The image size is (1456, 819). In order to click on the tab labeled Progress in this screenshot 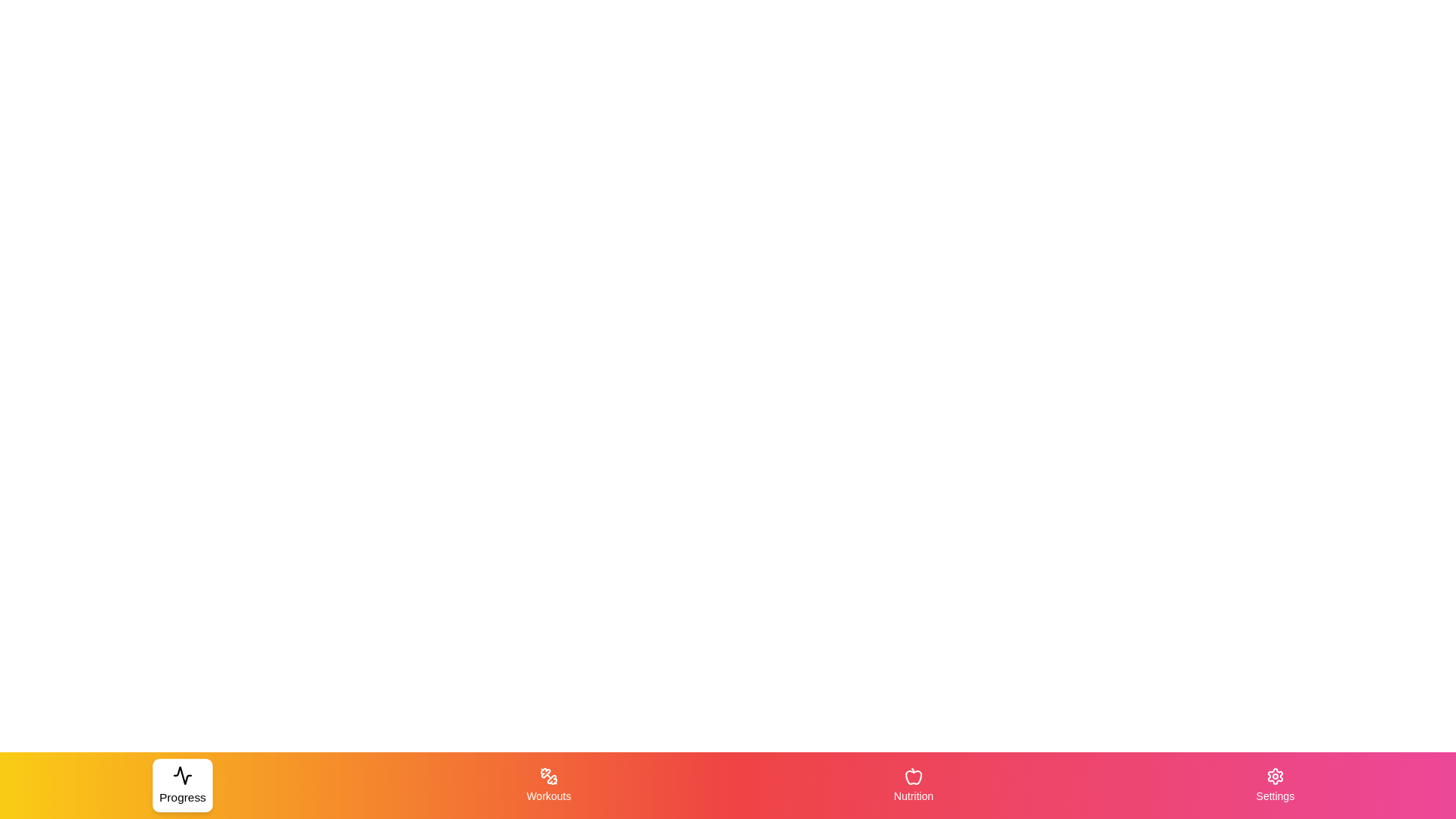, I will do `click(182, 785)`.